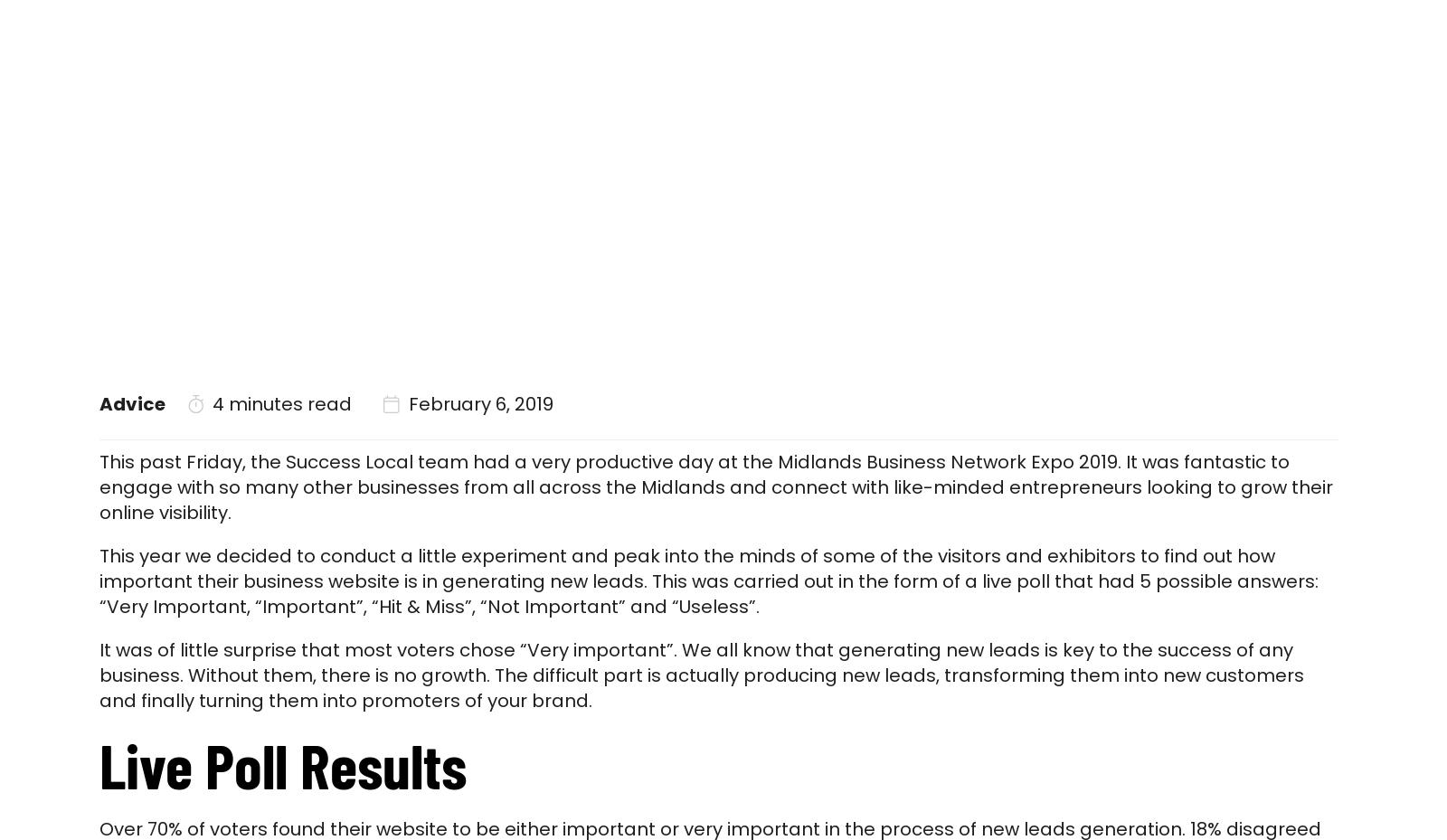 The height and width of the screenshot is (840, 1447). Describe the element at coordinates (532, 297) in the screenshot. I see `'Add social media marketing to the mix'` at that location.